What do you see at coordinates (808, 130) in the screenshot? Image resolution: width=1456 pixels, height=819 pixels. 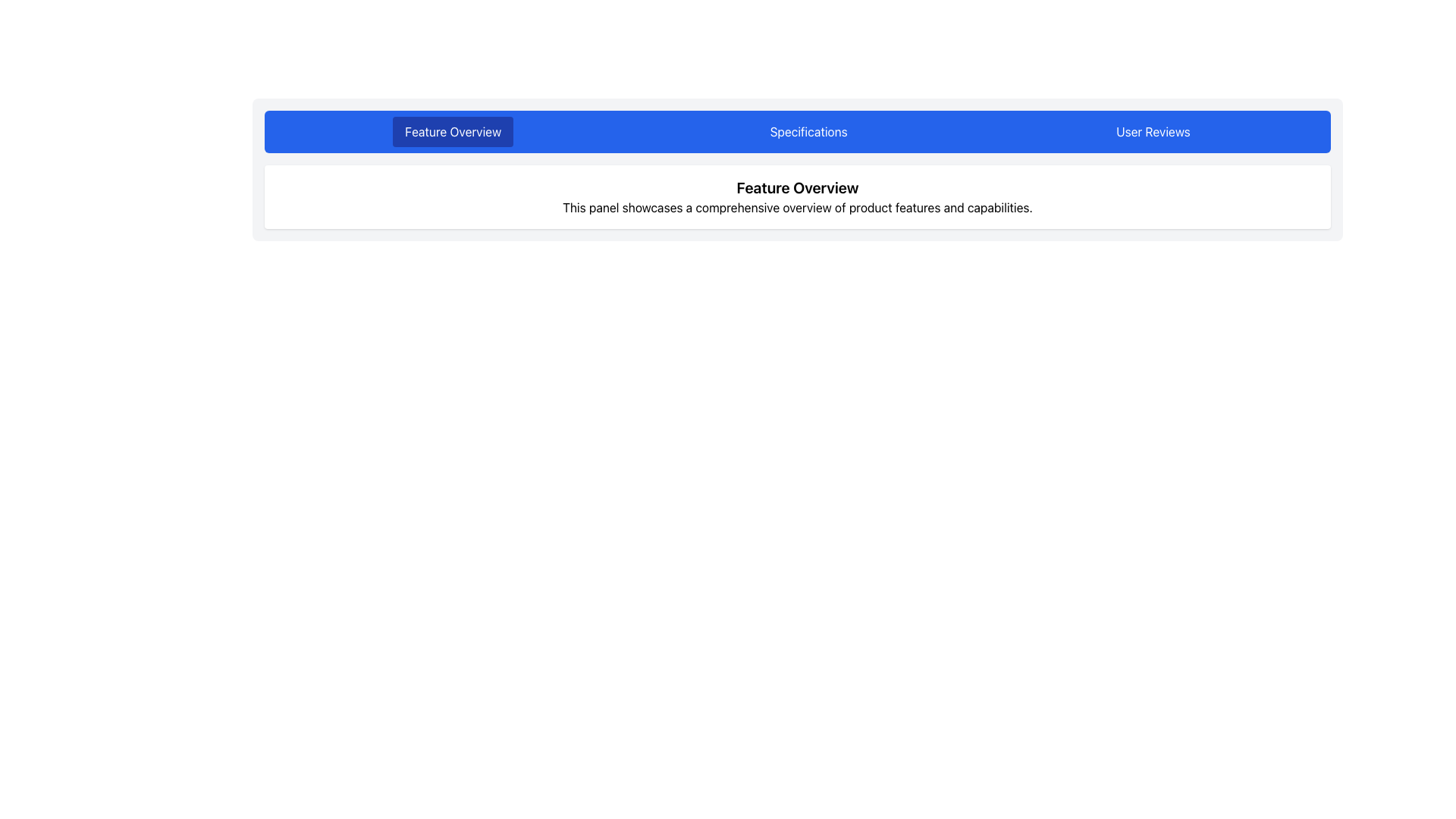 I see `the 'Specifications' button which is labeled with white text on a blue background, positioned between the 'Feature Overview' and 'User Reviews' buttons` at bounding box center [808, 130].